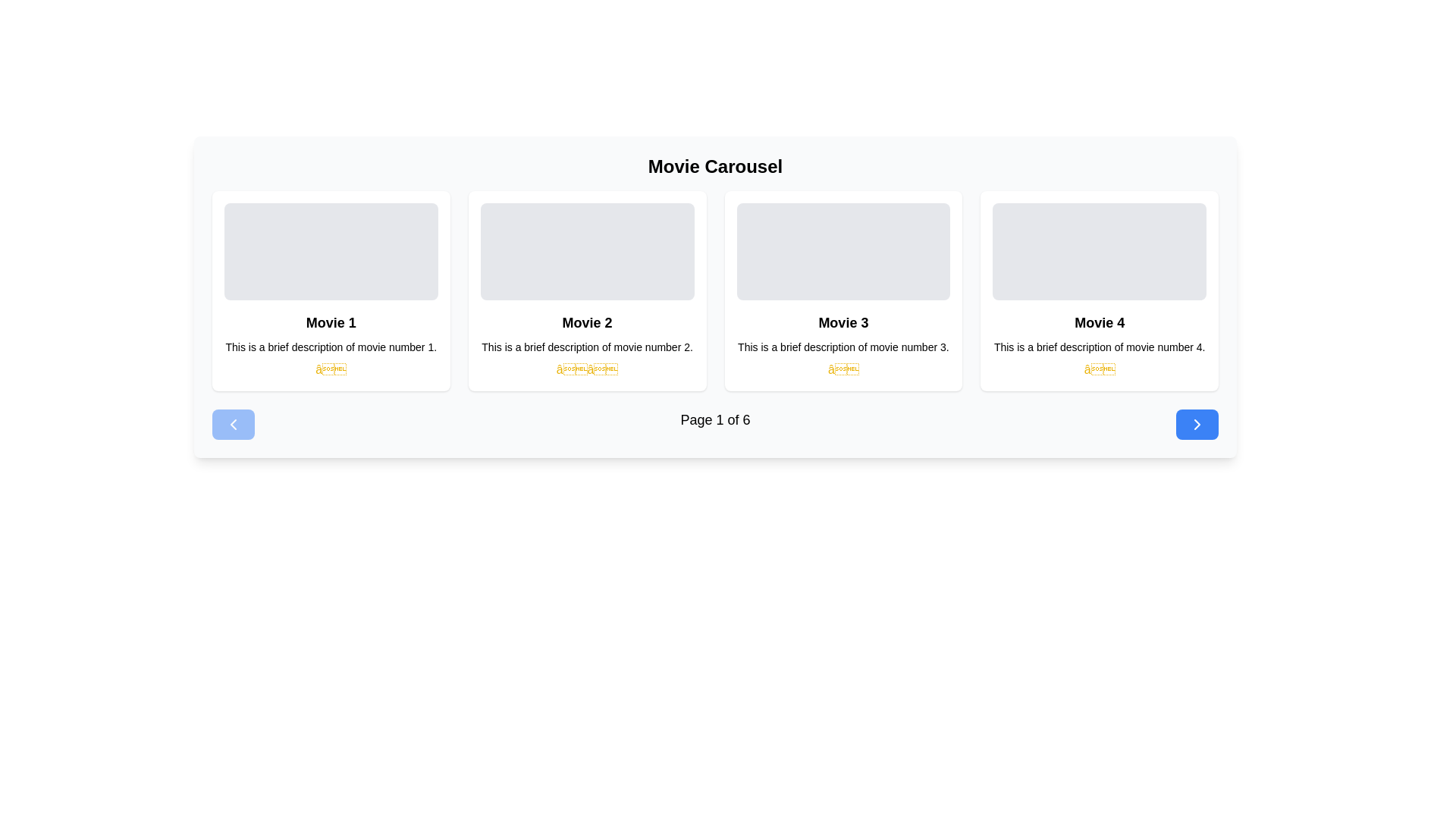 This screenshot has width=1456, height=819. What do you see at coordinates (1197, 424) in the screenshot?
I see `the blue rectangular button with rounded corners that contains a white chevron pointing right, located at the far right of the pagination information ('Page 1 of 6')` at bounding box center [1197, 424].